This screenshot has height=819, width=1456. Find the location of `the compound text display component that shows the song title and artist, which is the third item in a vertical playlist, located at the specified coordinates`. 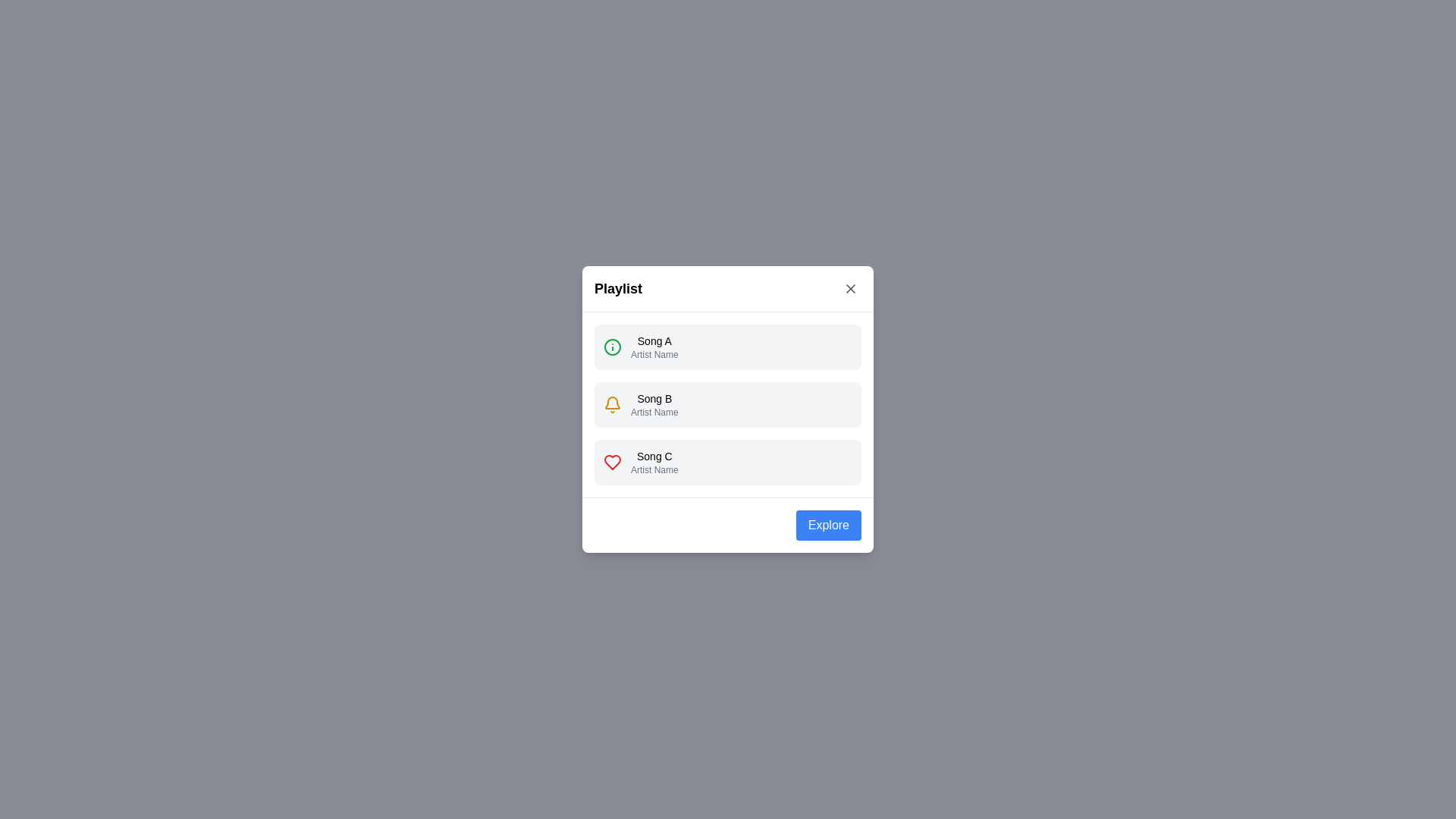

the compound text display component that shows the song title and artist, which is the third item in a vertical playlist, located at the specified coordinates is located at coordinates (654, 461).